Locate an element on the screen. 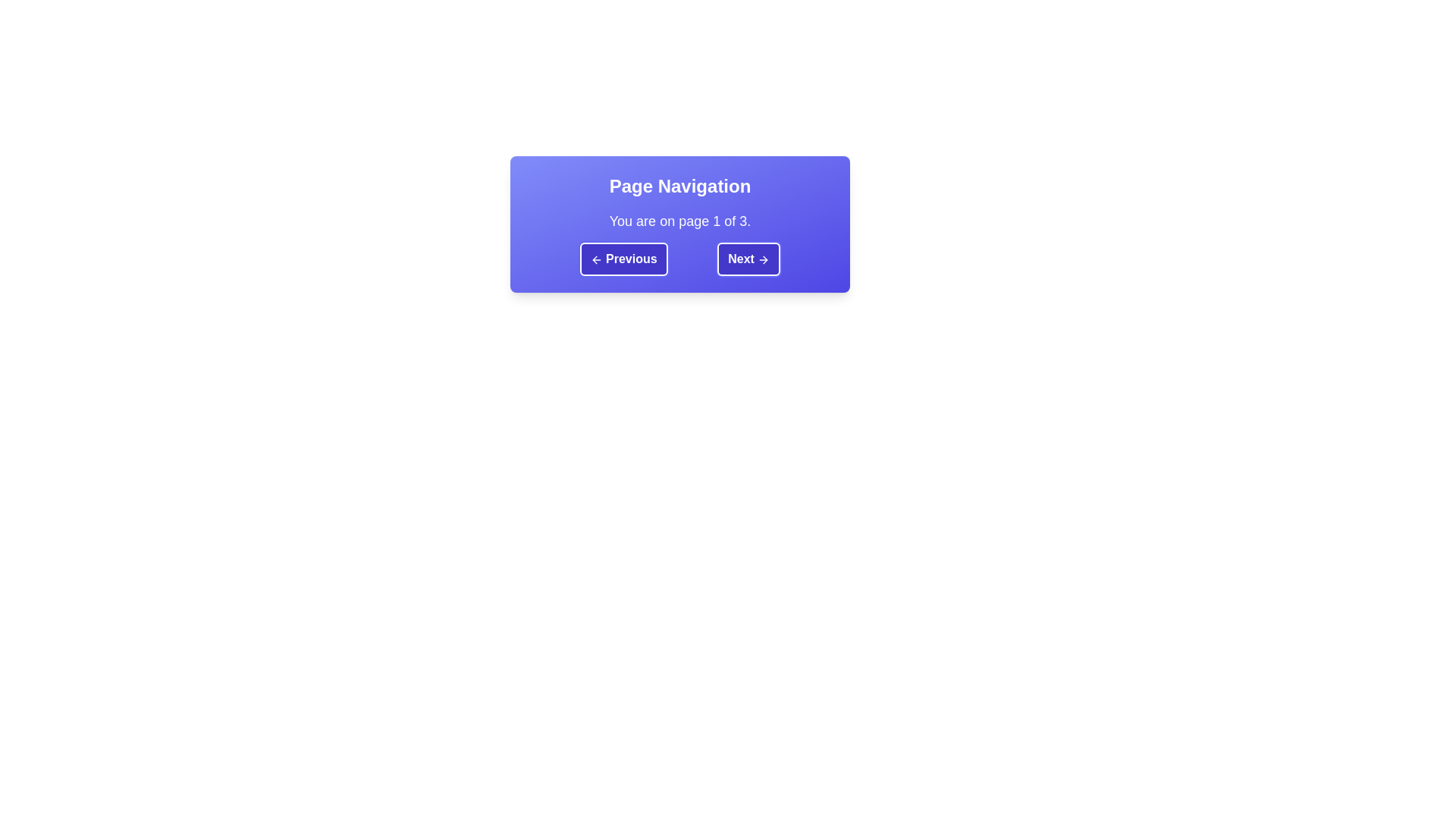 Image resolution: width=1456 pixels, height=819 pixels. the Text Label element is located at coordinates (679, 186).